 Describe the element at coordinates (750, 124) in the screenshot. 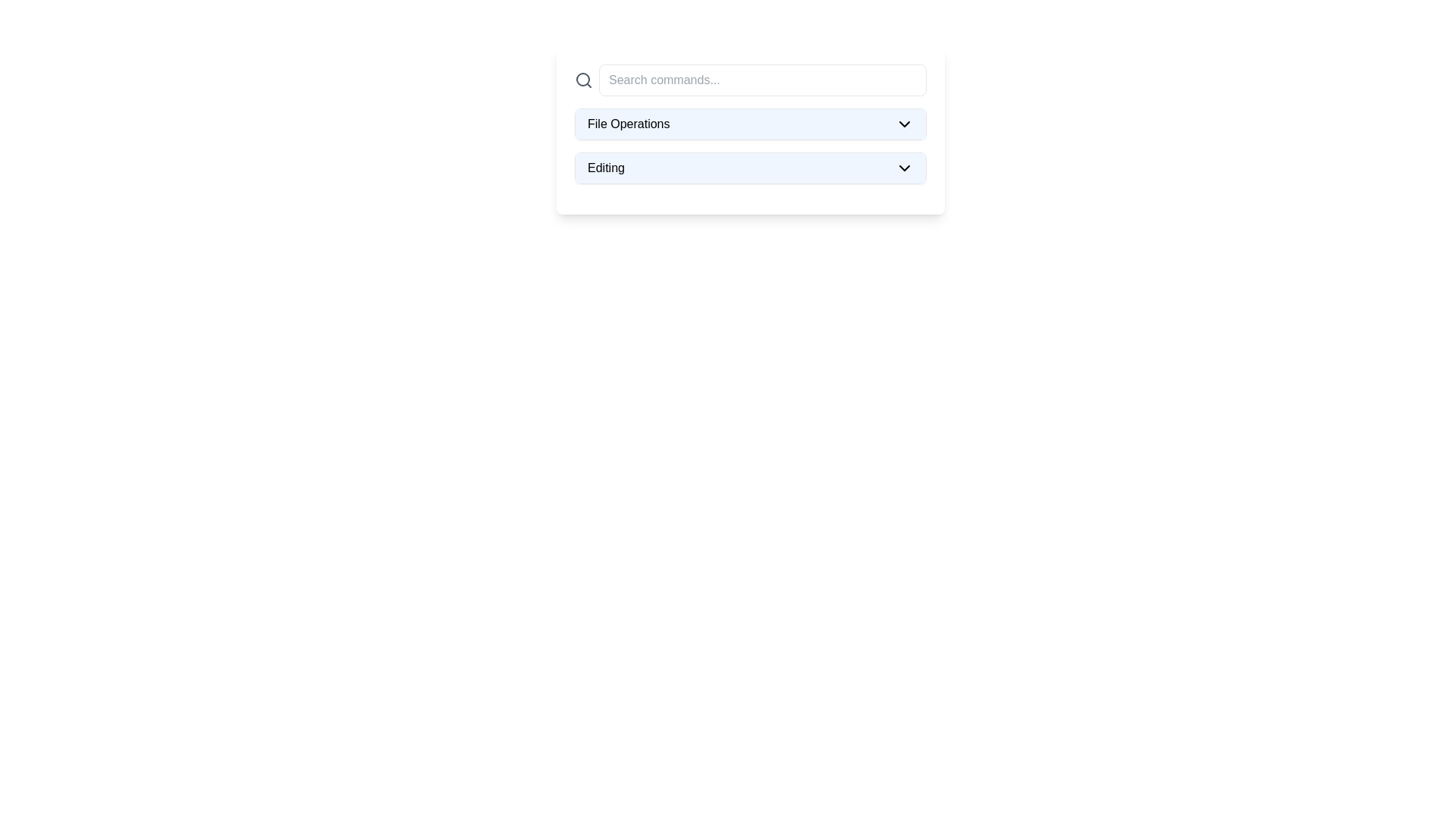

I see `the 'File Operations' dropdown menu item with a light blue background` at that location.